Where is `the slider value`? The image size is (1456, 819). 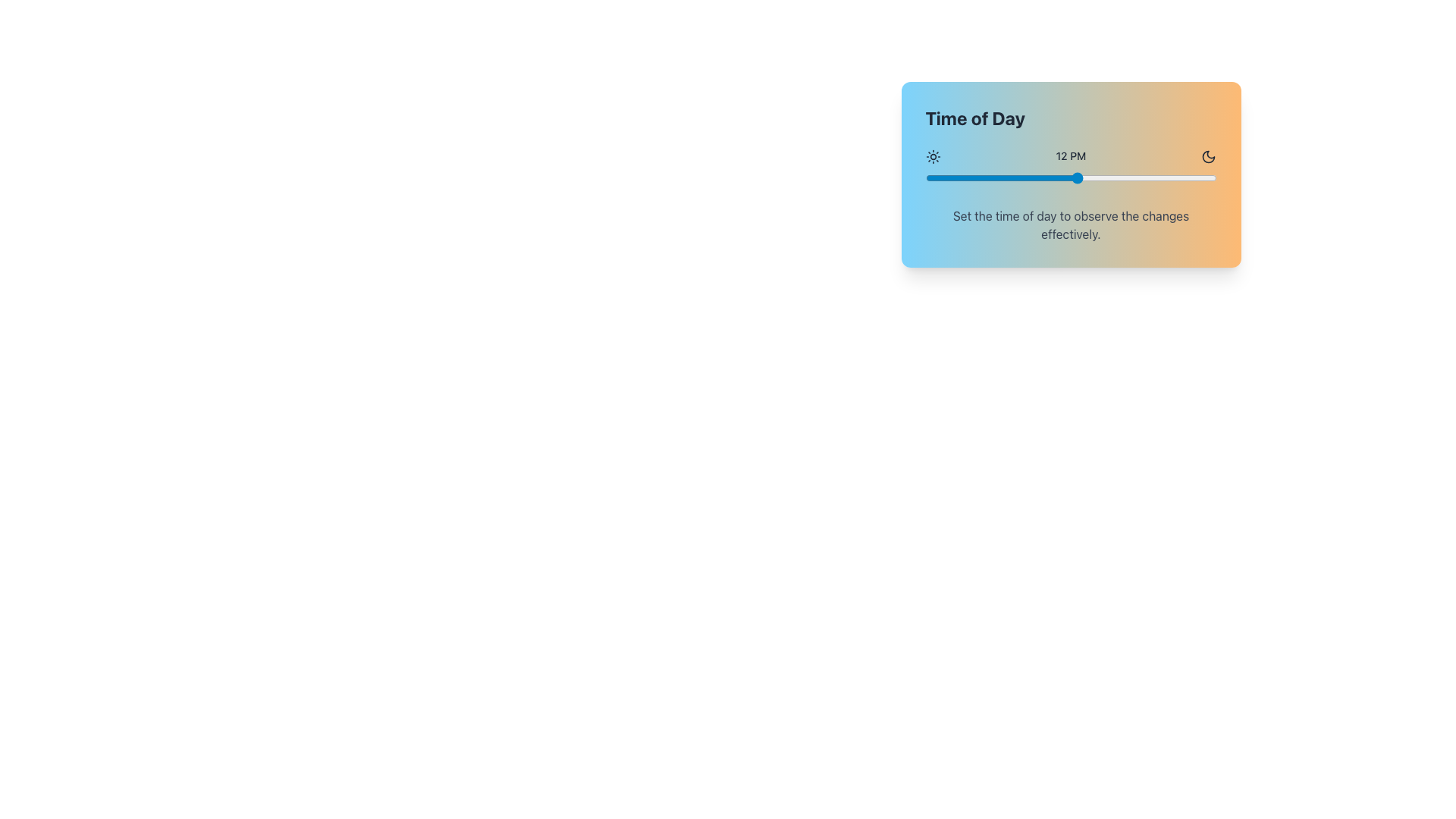
the slider value is located at coordinates (1014, 177).